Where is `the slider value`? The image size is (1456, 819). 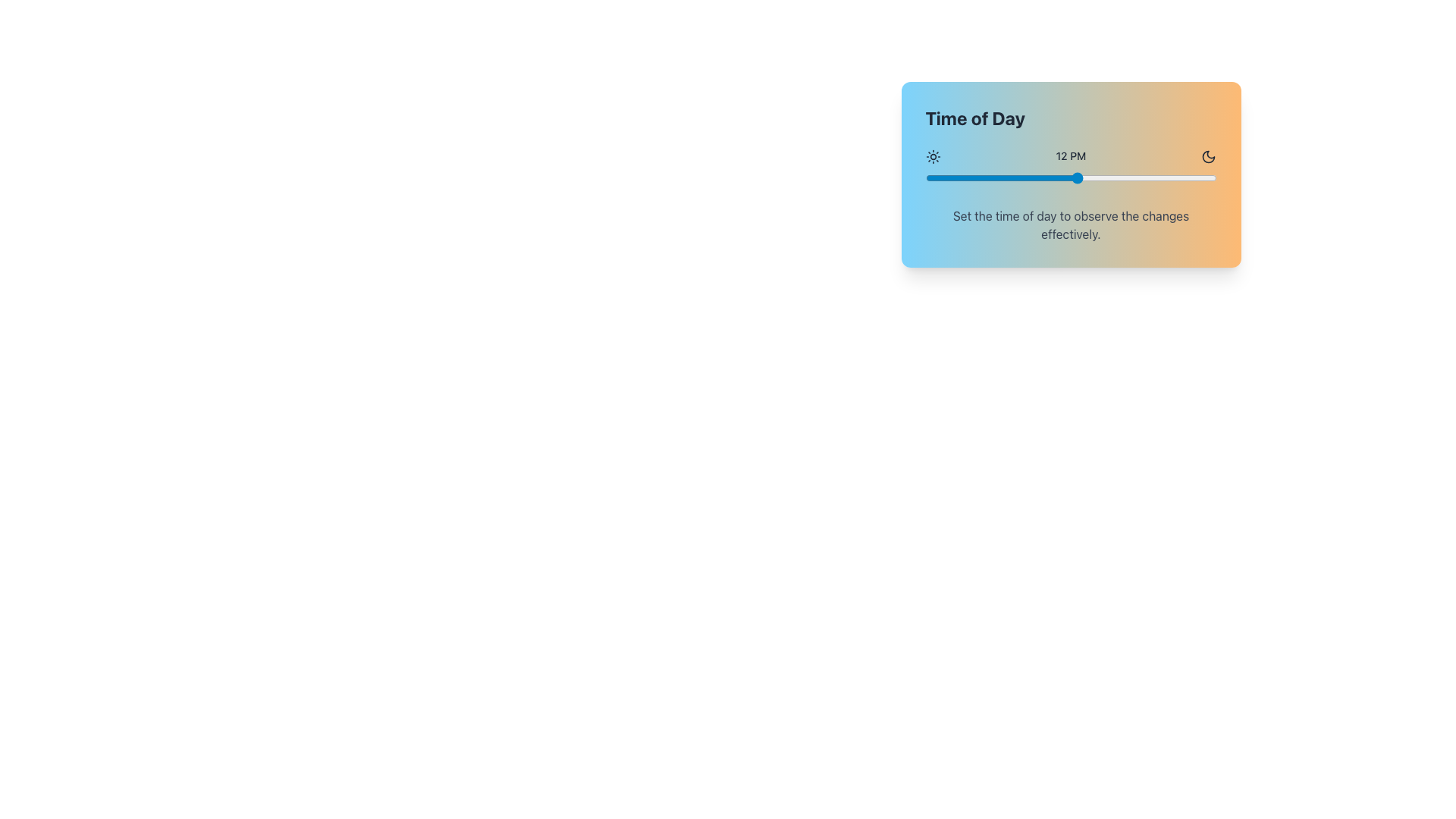
the slider value is located at coordinates (1014, 177).